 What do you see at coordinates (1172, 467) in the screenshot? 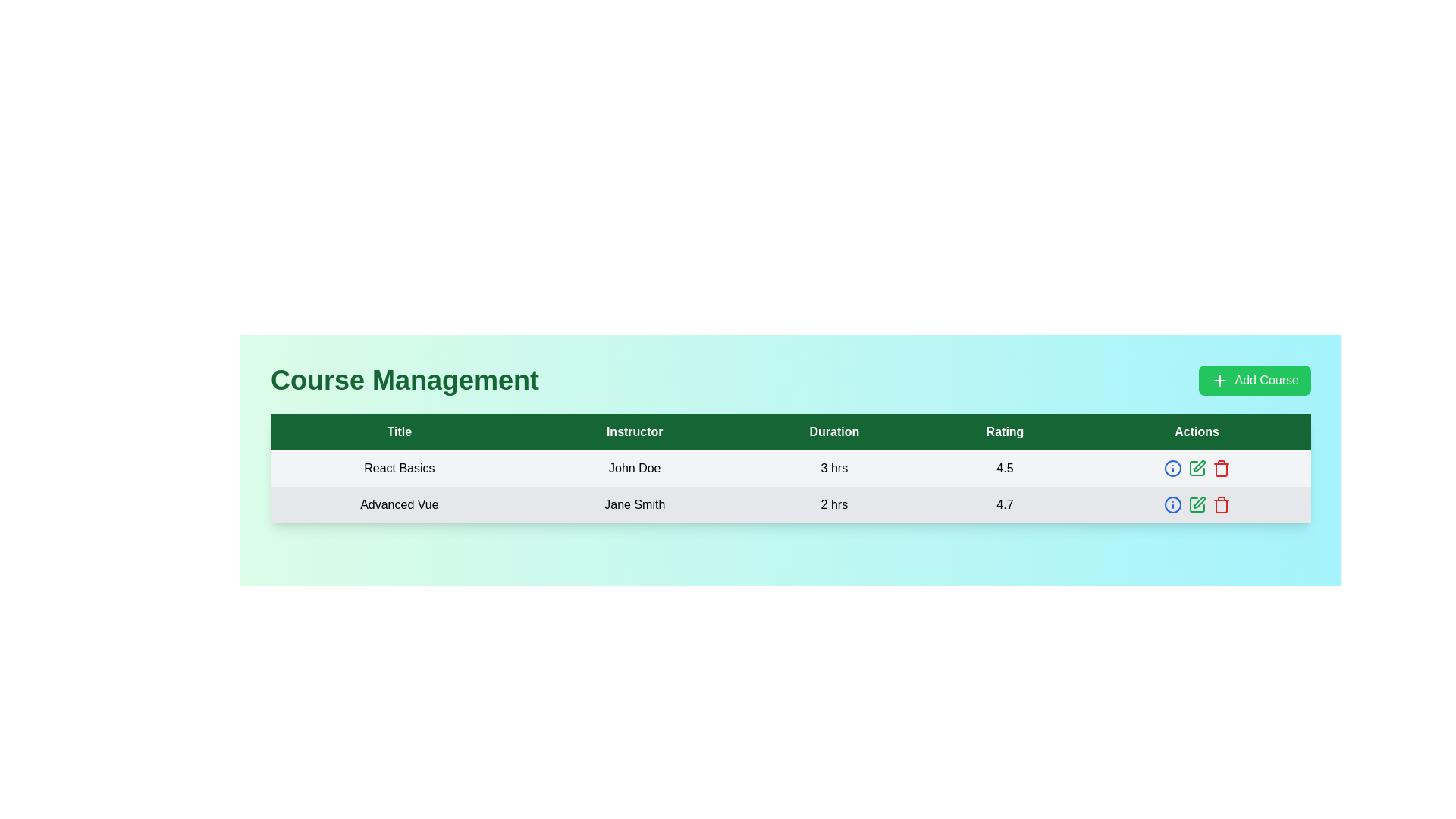
I see `SVG circle element representing the 'Advanced Vue' course in the 'Actions' column of the second row using developer tools` at bounding box center [1172, 467].